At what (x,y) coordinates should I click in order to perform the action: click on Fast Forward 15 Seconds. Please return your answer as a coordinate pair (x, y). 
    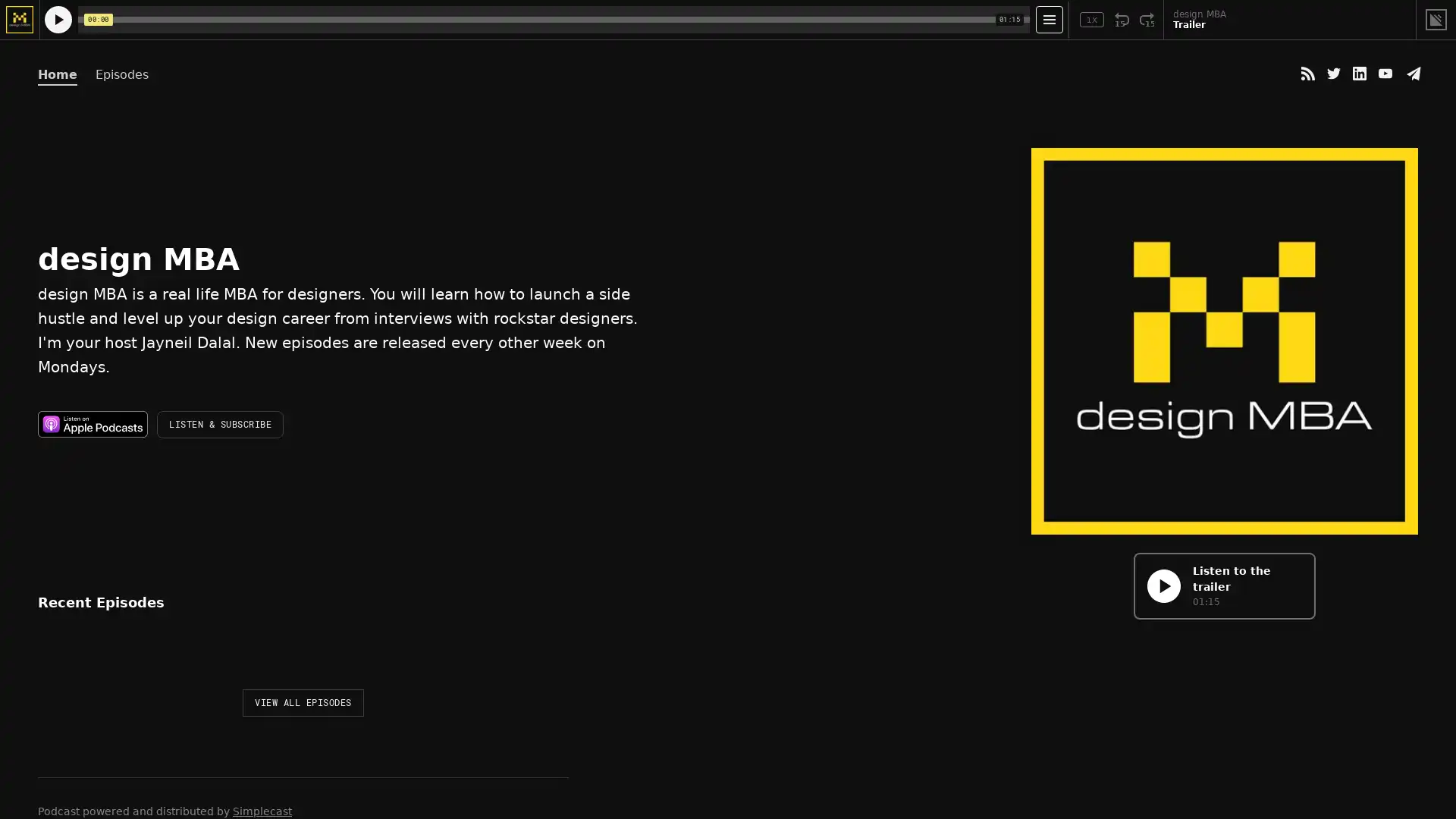
    Looking at the image, I should click on (1147, 20).